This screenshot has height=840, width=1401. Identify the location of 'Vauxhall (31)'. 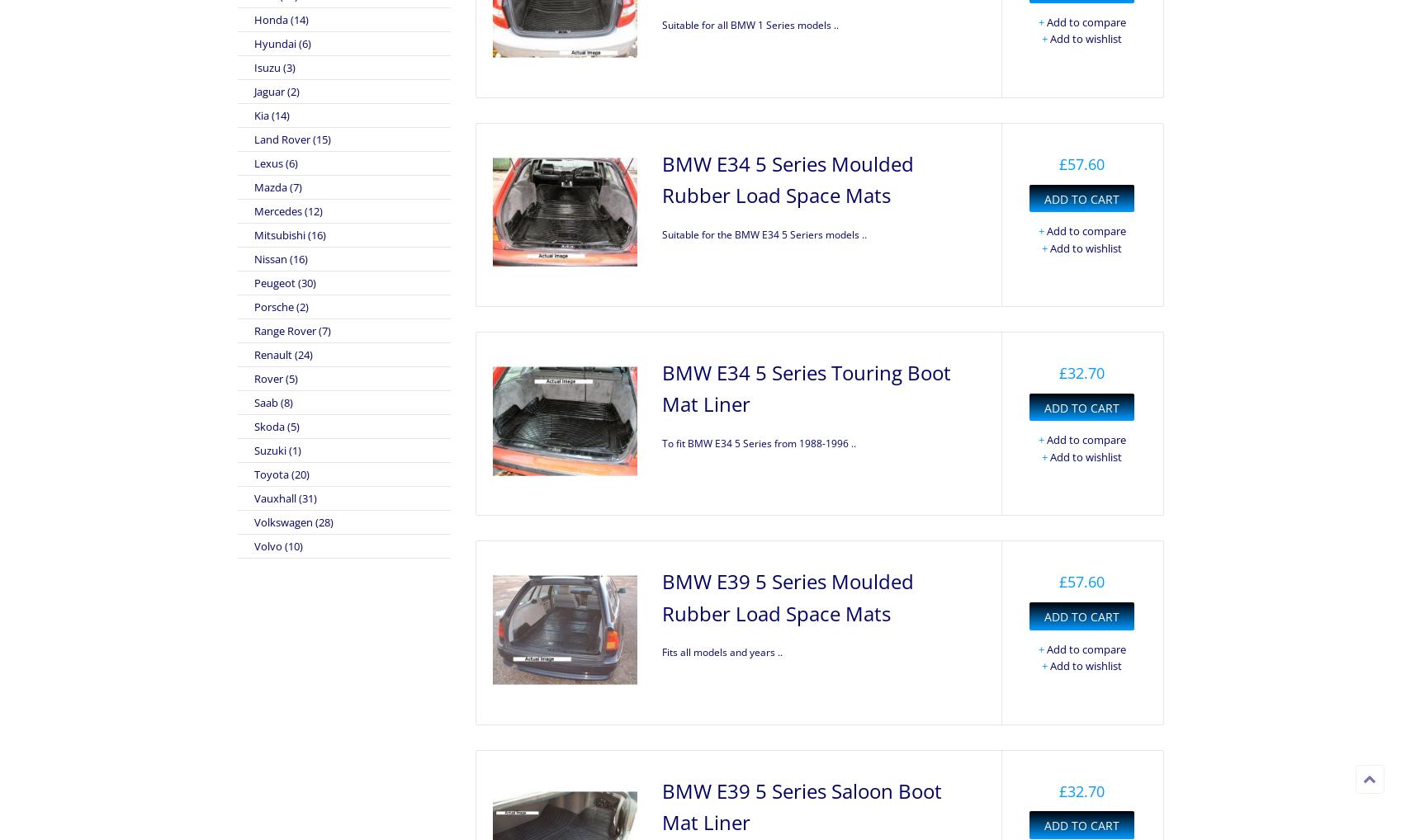
(285, 498).